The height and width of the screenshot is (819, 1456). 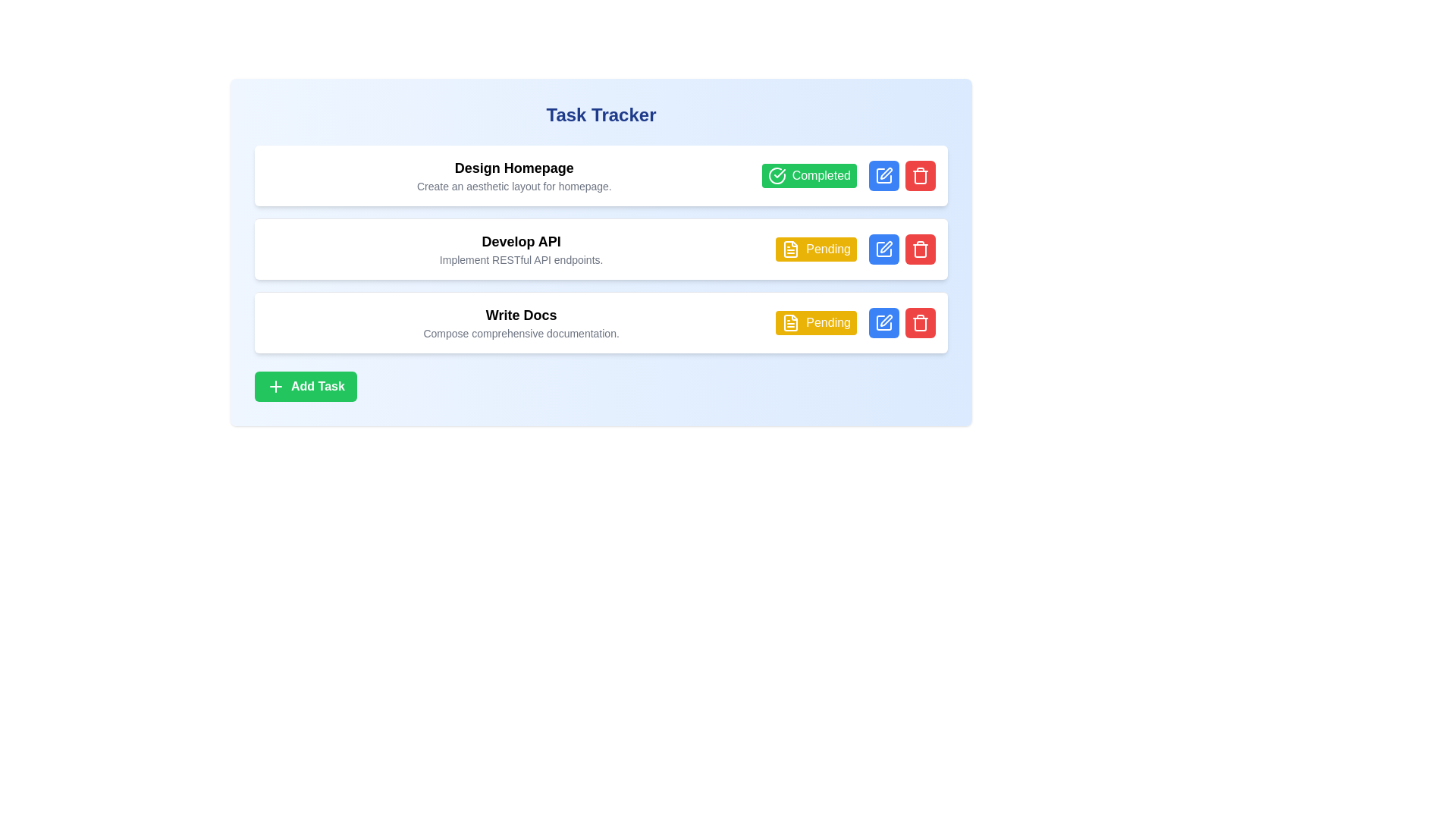 I want to click on the blue button with a pen icon located in the right corner of the last task (Write Docs) row in the task tracker interface, so click(x=884, y=322).